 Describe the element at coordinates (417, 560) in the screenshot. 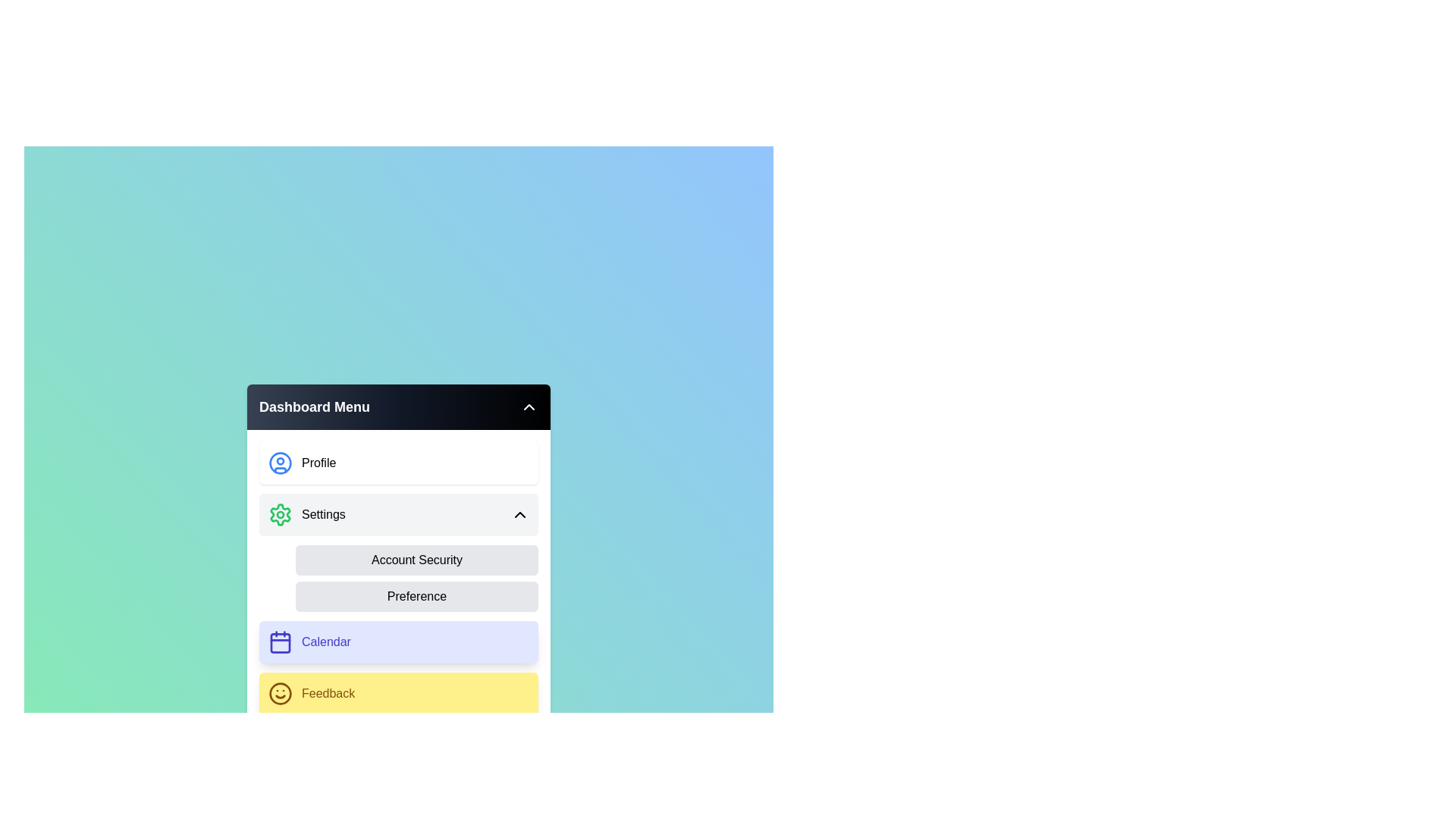

I see `the 'Account Security' button, which is a rectangular button with a gray background and black text, located in the 'Settings' section of the dashboard menu` at that location.